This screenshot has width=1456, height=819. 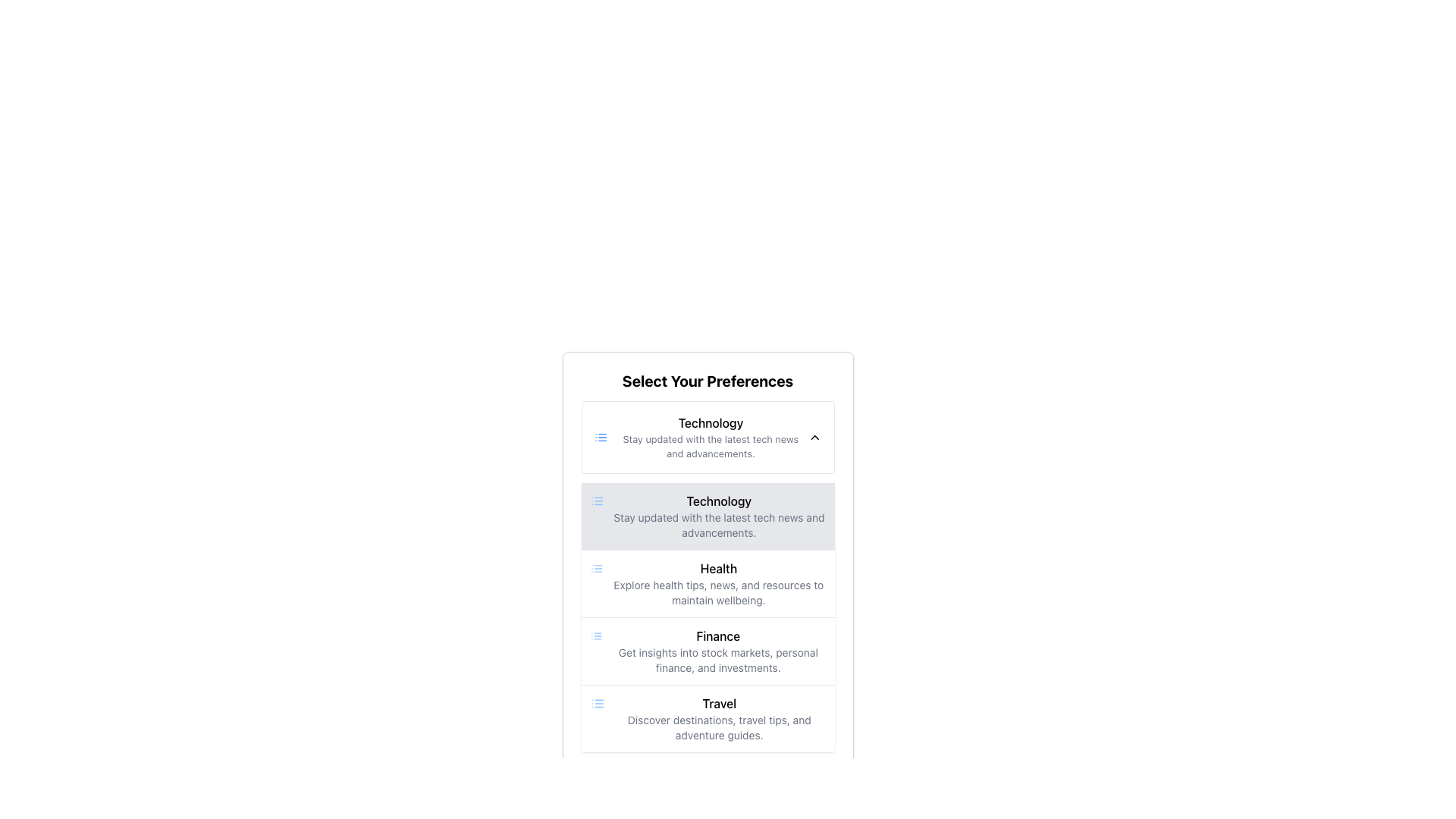 What do you see at coordinates (718, 718) in the screenshot?
I see `the clickable list item titled 'Travel'` at bounding box center [718, 718].